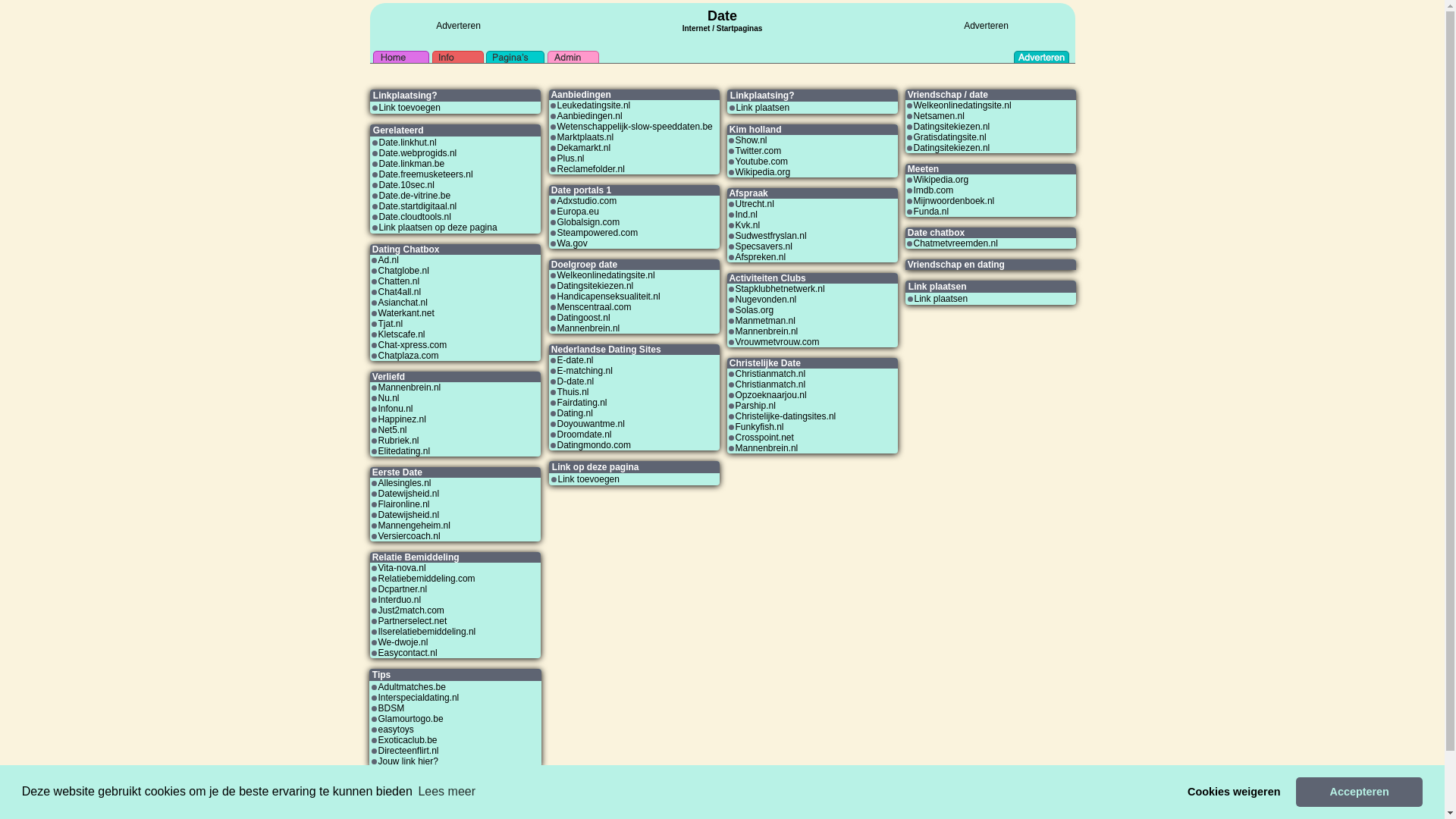 The width and height of the screenshot is (1456, 819). Describe the element at coordinates (446, 791) in the screenshot. I see `'Lees meer'` at that location.